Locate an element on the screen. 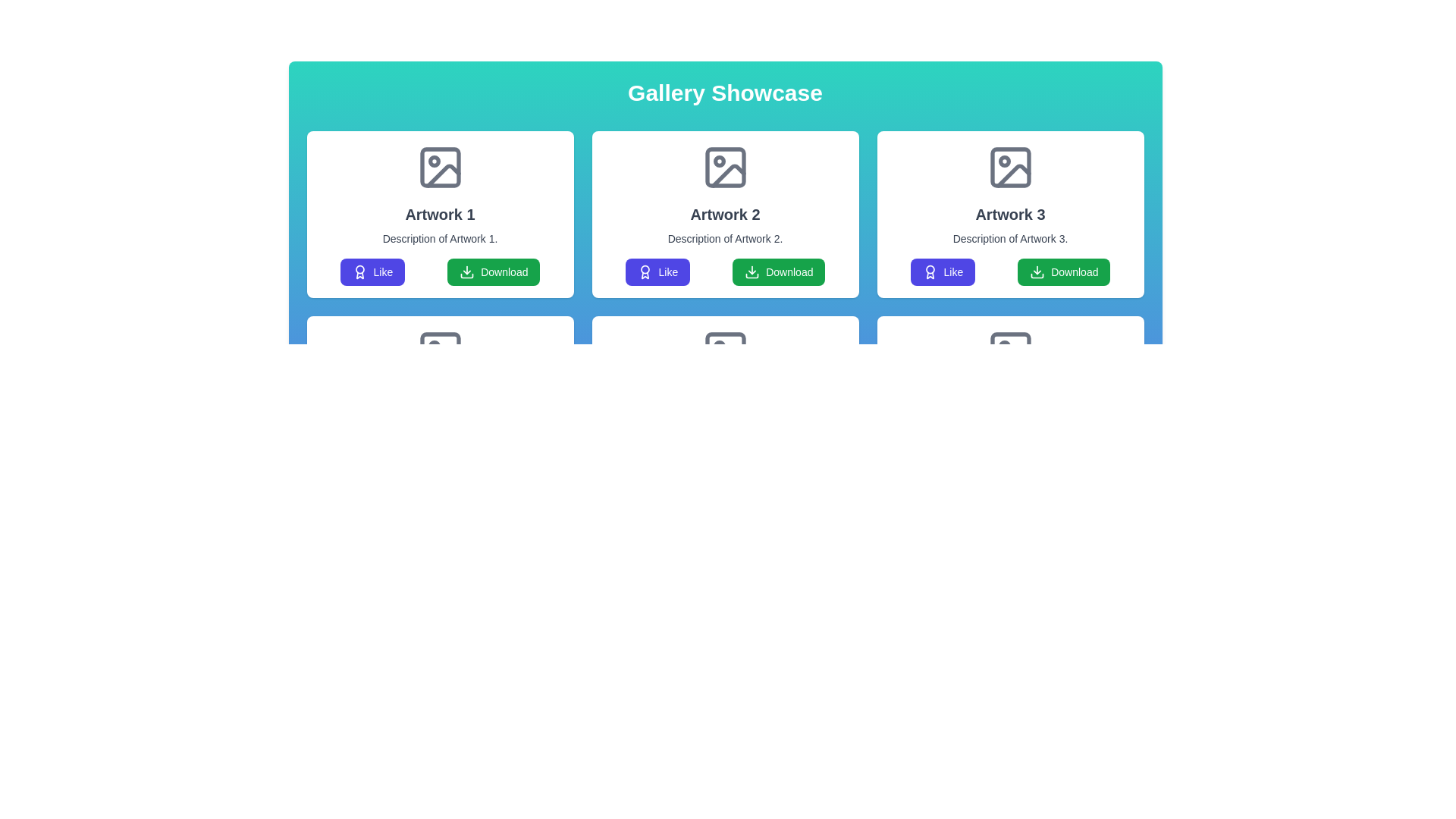 Image resolution: width=1456 pixels, height=819 pixels. the Image icon situated in the second card of the gallery, located centrally above the title 'Artwork 2' is located at coordinates (724, 167).